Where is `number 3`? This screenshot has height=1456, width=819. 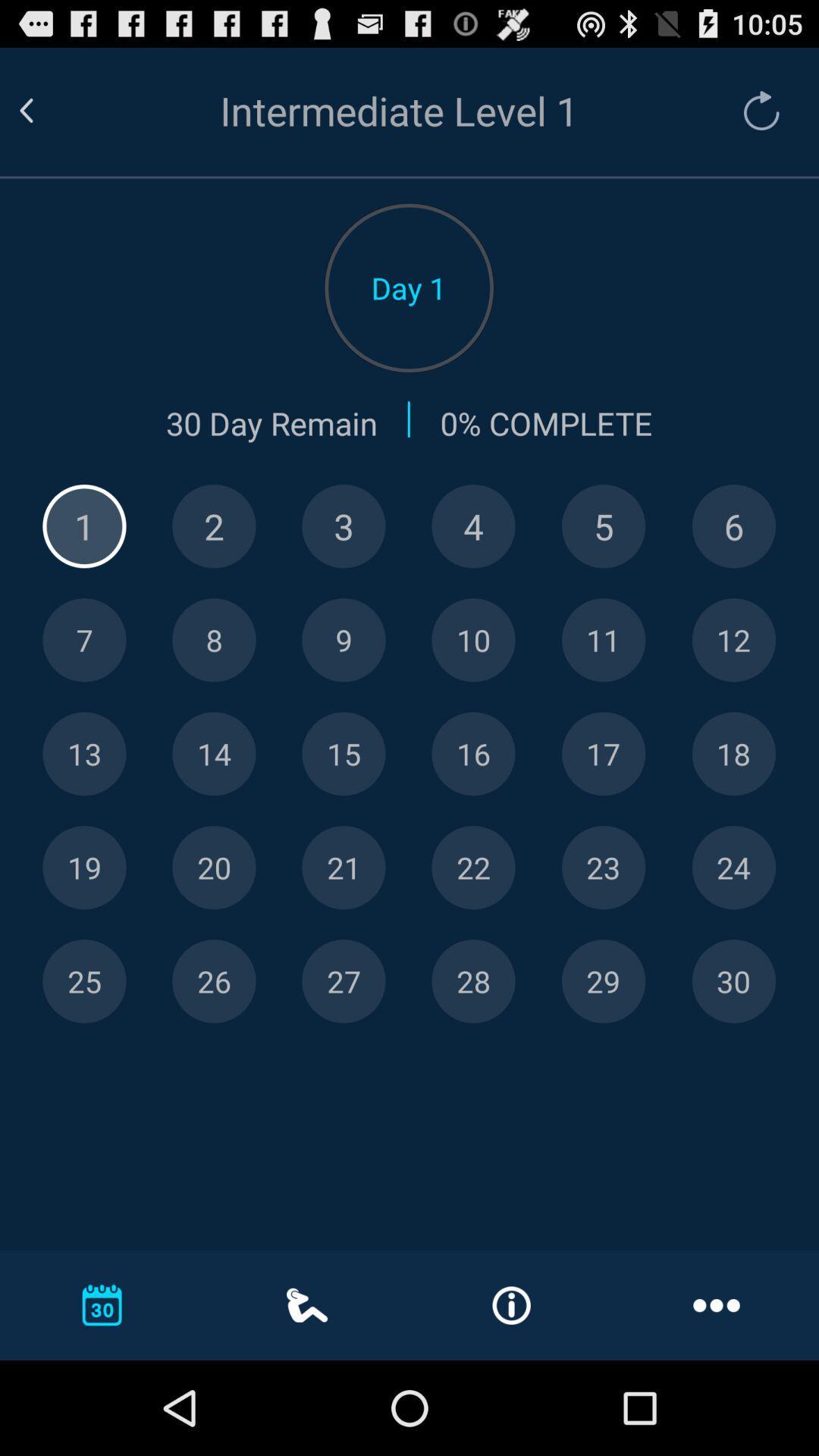
number 3 is located at coordinates (344, 526).